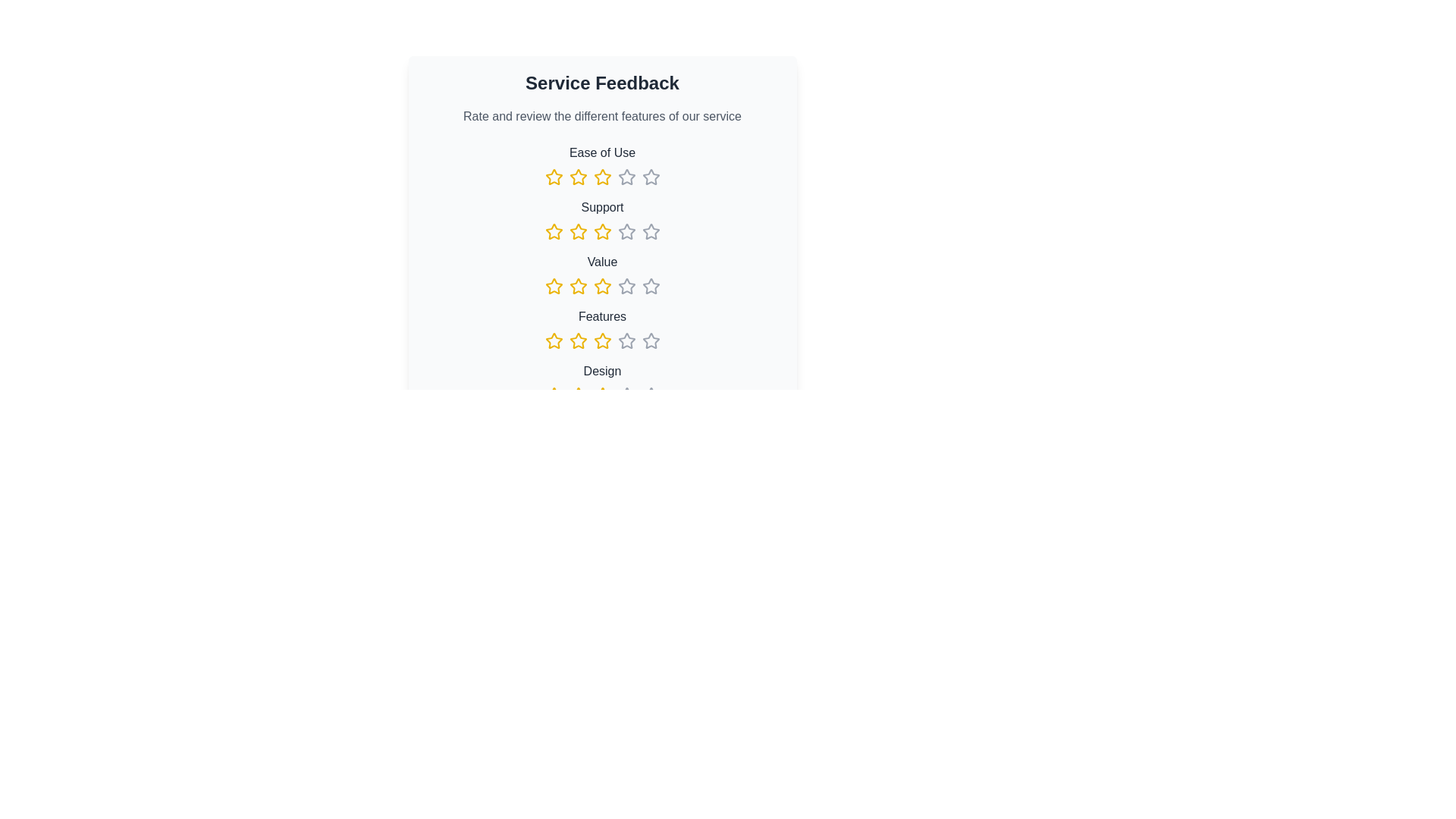 The height and width of the screenshot is (819, 1456). I want to click on the heading element that labels the feedback section, which is positioned above the descriptive text 'Rate and review the different features of our service', so click(601, 83).